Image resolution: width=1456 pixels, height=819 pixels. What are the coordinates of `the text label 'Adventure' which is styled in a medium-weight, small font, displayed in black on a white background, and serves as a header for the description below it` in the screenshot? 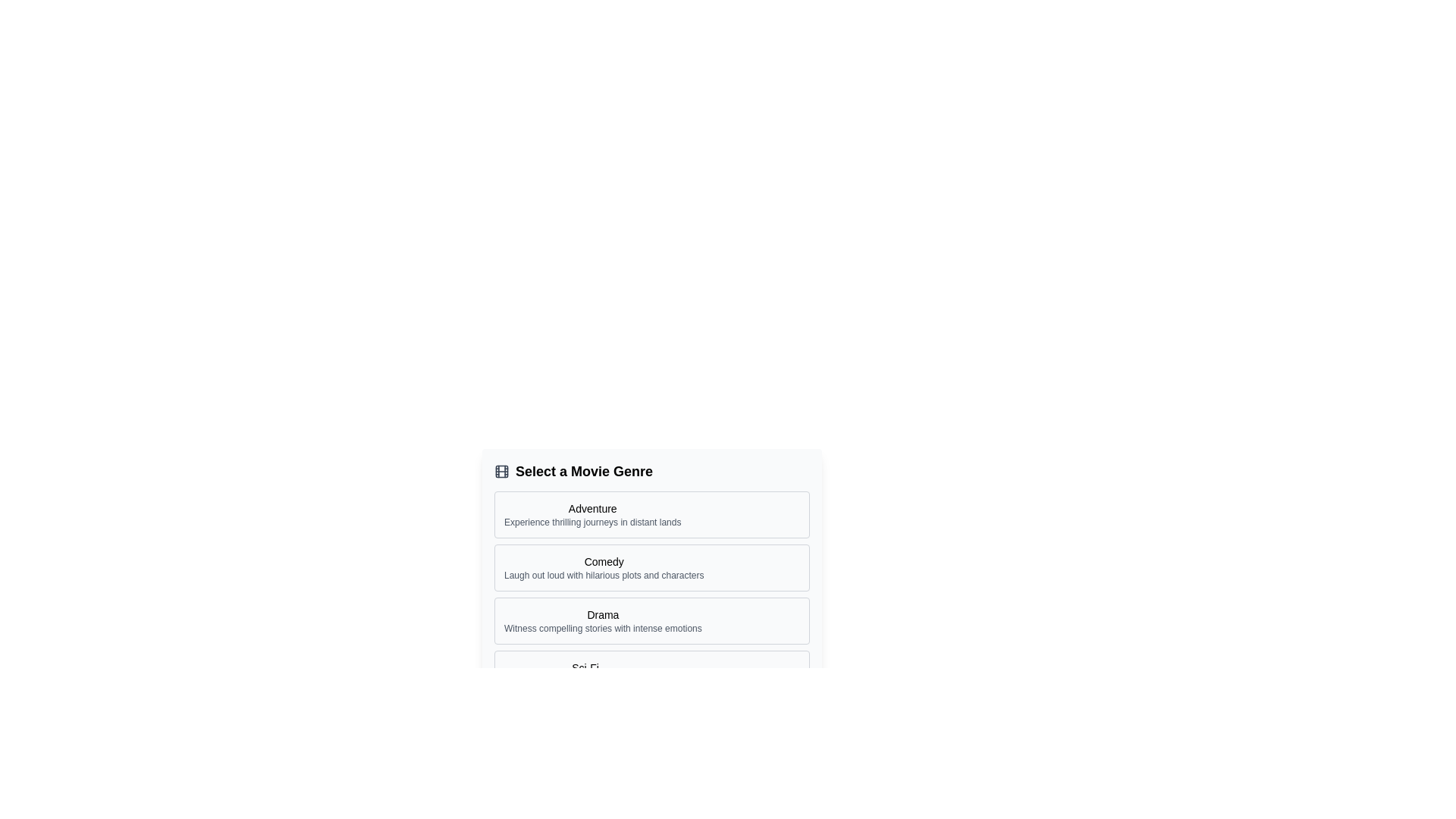 It's located at (591, 509).